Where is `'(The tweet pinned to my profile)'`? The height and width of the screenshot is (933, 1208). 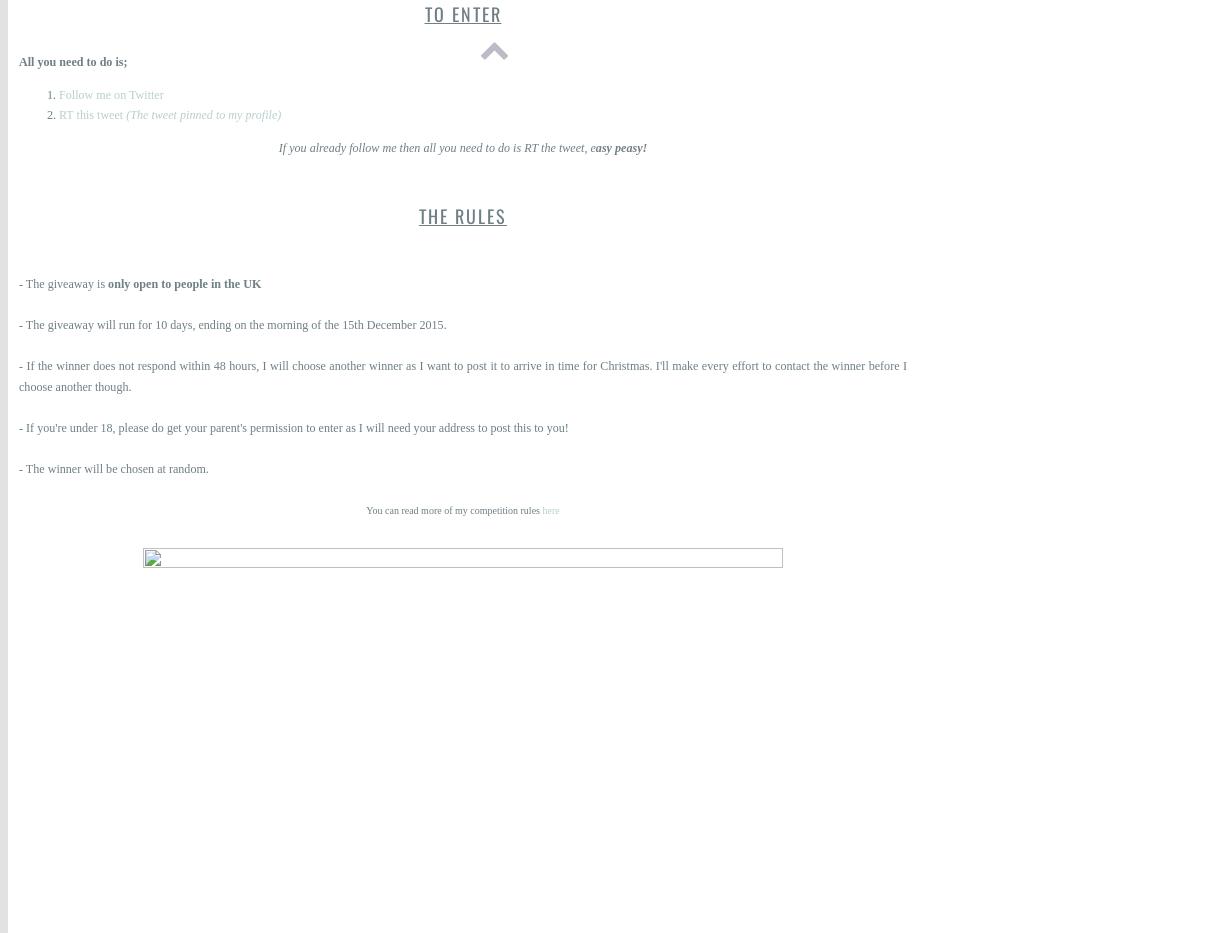
'(The tweet pinned to my profile)' is located at coordinates (124, 114).